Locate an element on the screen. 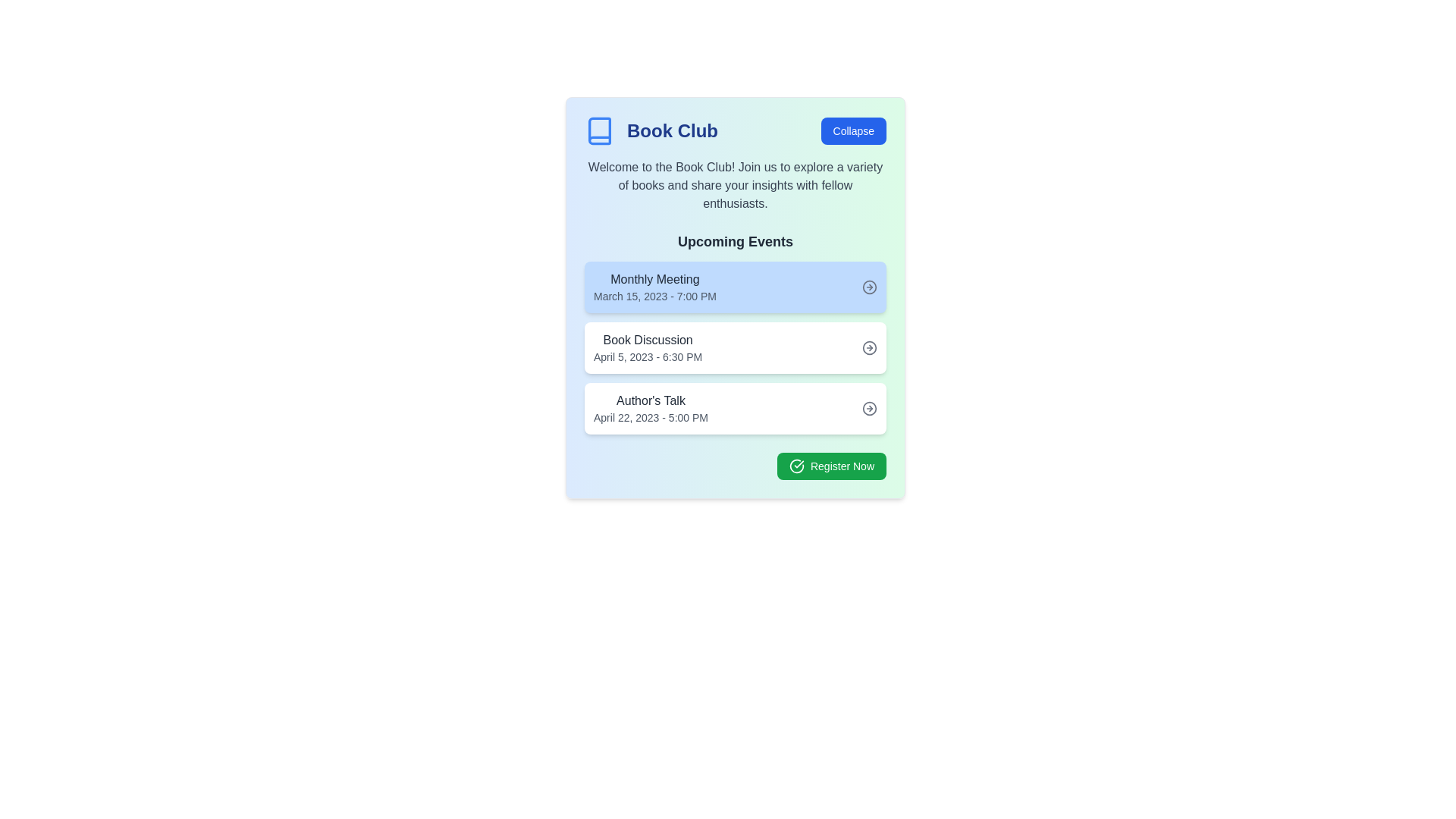 The height and width of the screenshot is (819, 1456). the text label indicating the date and time for the 'Author's Talk' event, located below the 'Author's Talk' text in the 'Upcoming Events' section of the third event card is located at coordinates (651, 418).